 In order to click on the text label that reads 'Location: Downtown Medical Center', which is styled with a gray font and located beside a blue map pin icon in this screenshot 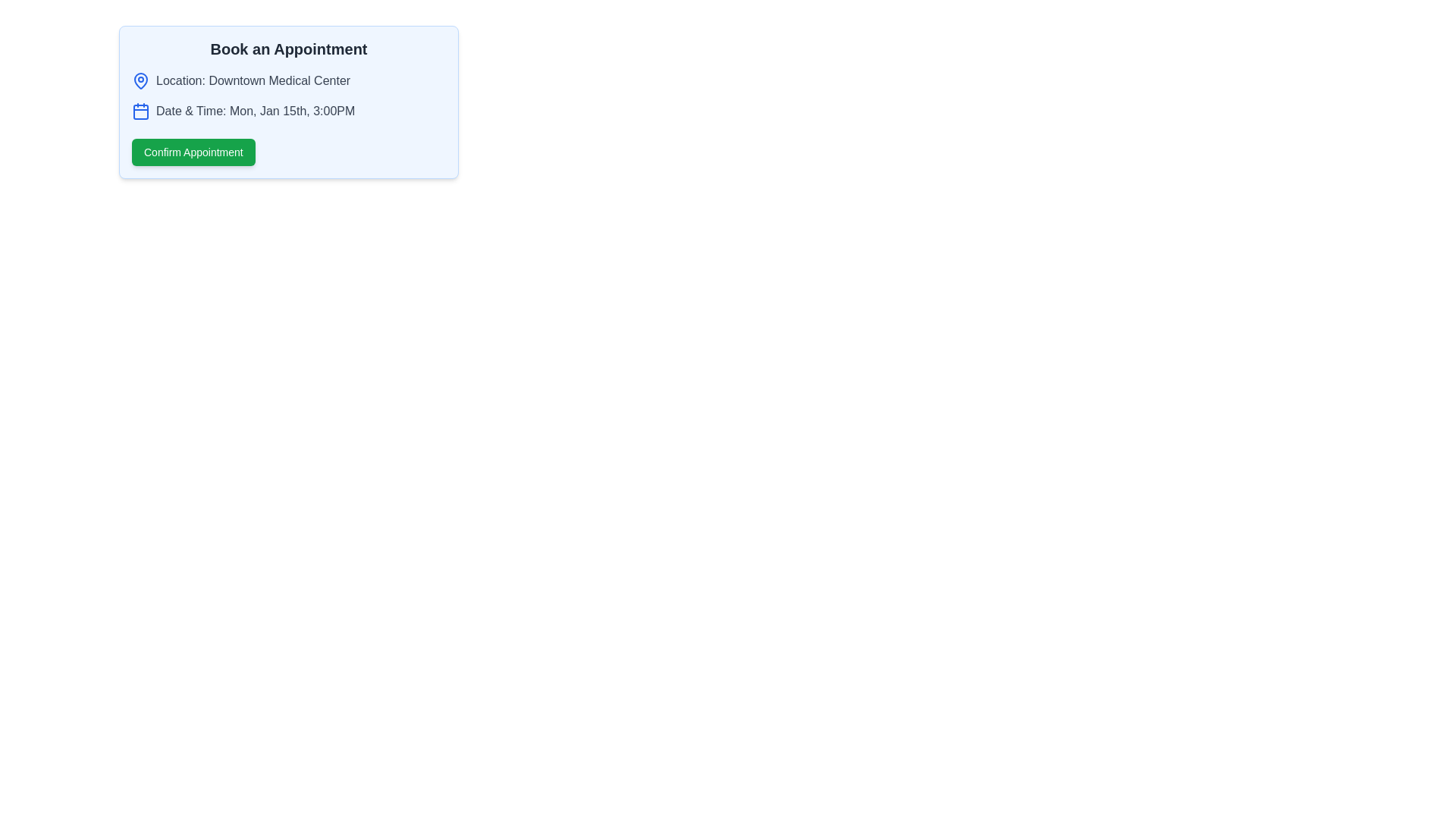, I will do `click(253, 81)`.